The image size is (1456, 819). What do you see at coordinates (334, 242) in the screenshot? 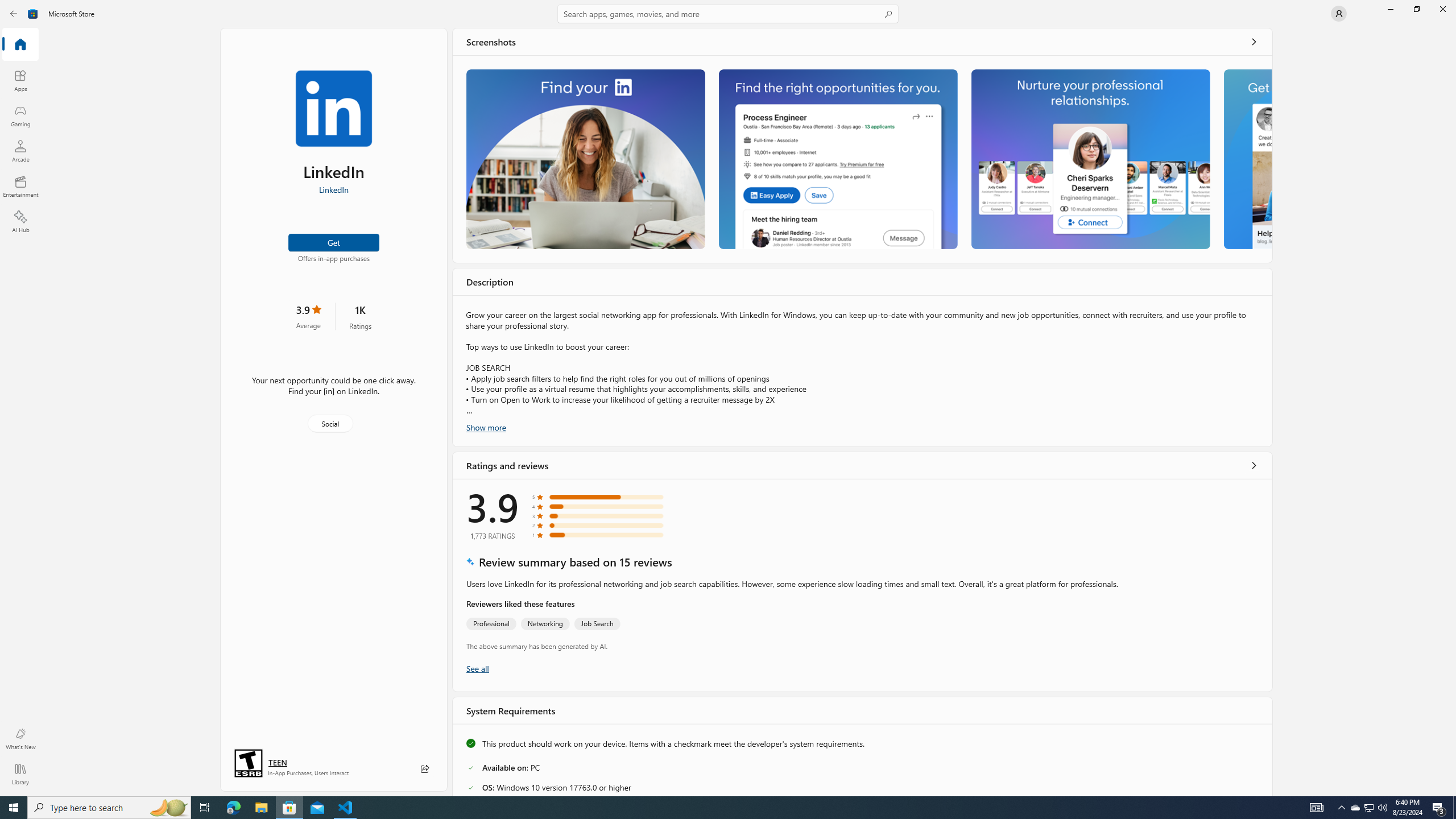
I see `'Get'` at bounding box center [334, 242].